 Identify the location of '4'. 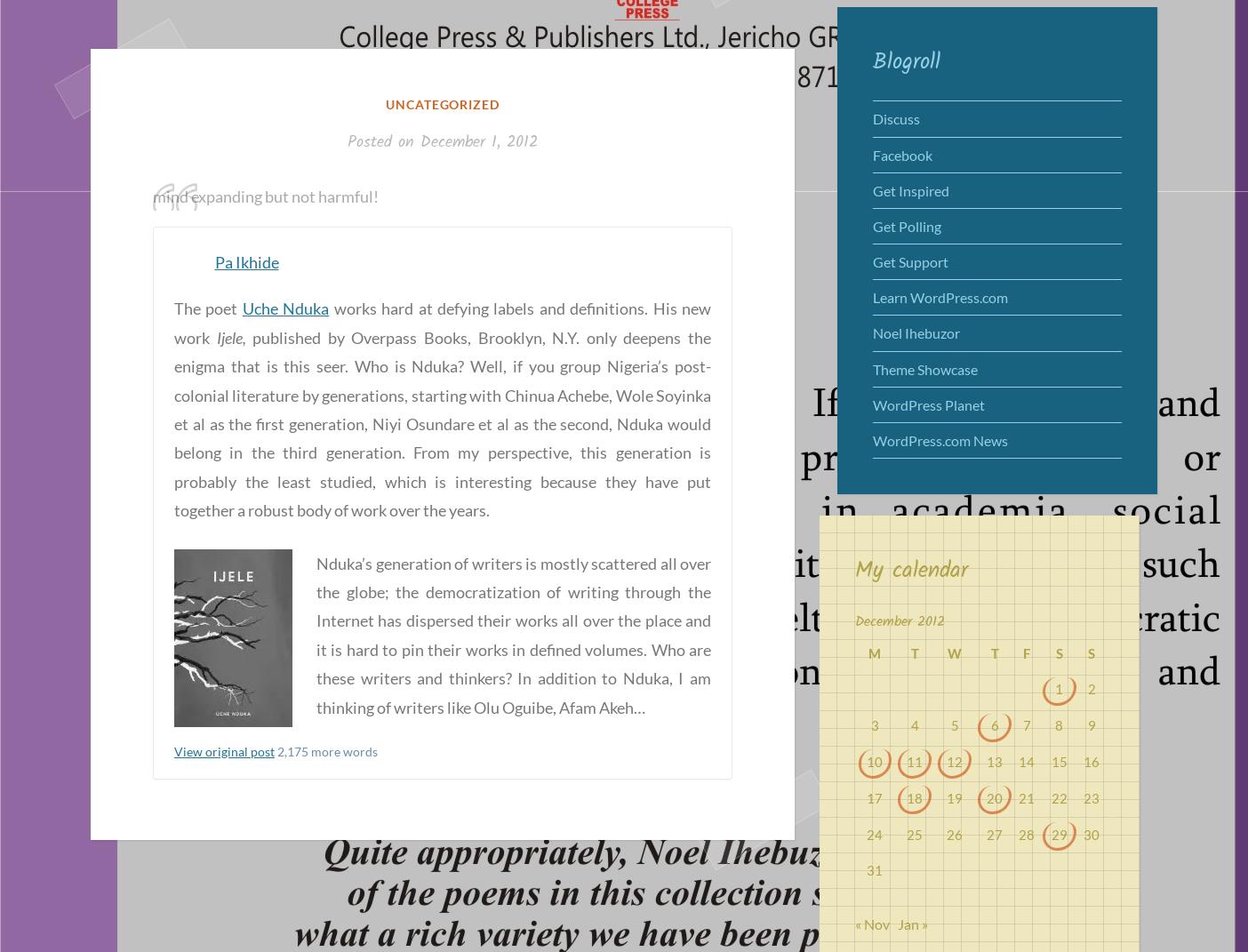
(914, 724).